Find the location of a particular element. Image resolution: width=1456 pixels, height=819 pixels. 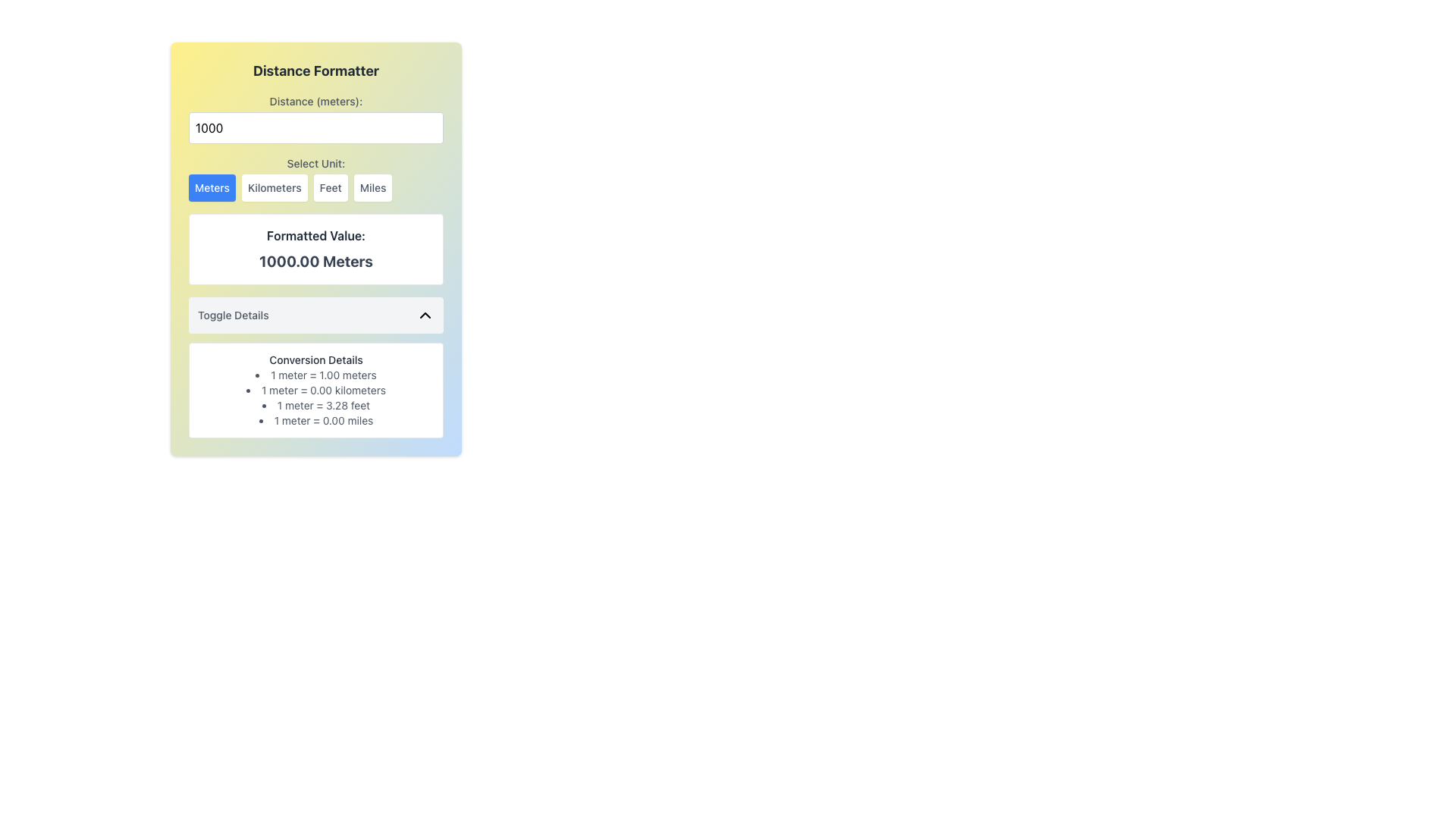

the 'Miles' button, which is the fourth button in a horizontal list of options including 'Meters', 'Kilometers', and 'Feet', to trigger the visual shadow effect is located at coordinates (373, 187).